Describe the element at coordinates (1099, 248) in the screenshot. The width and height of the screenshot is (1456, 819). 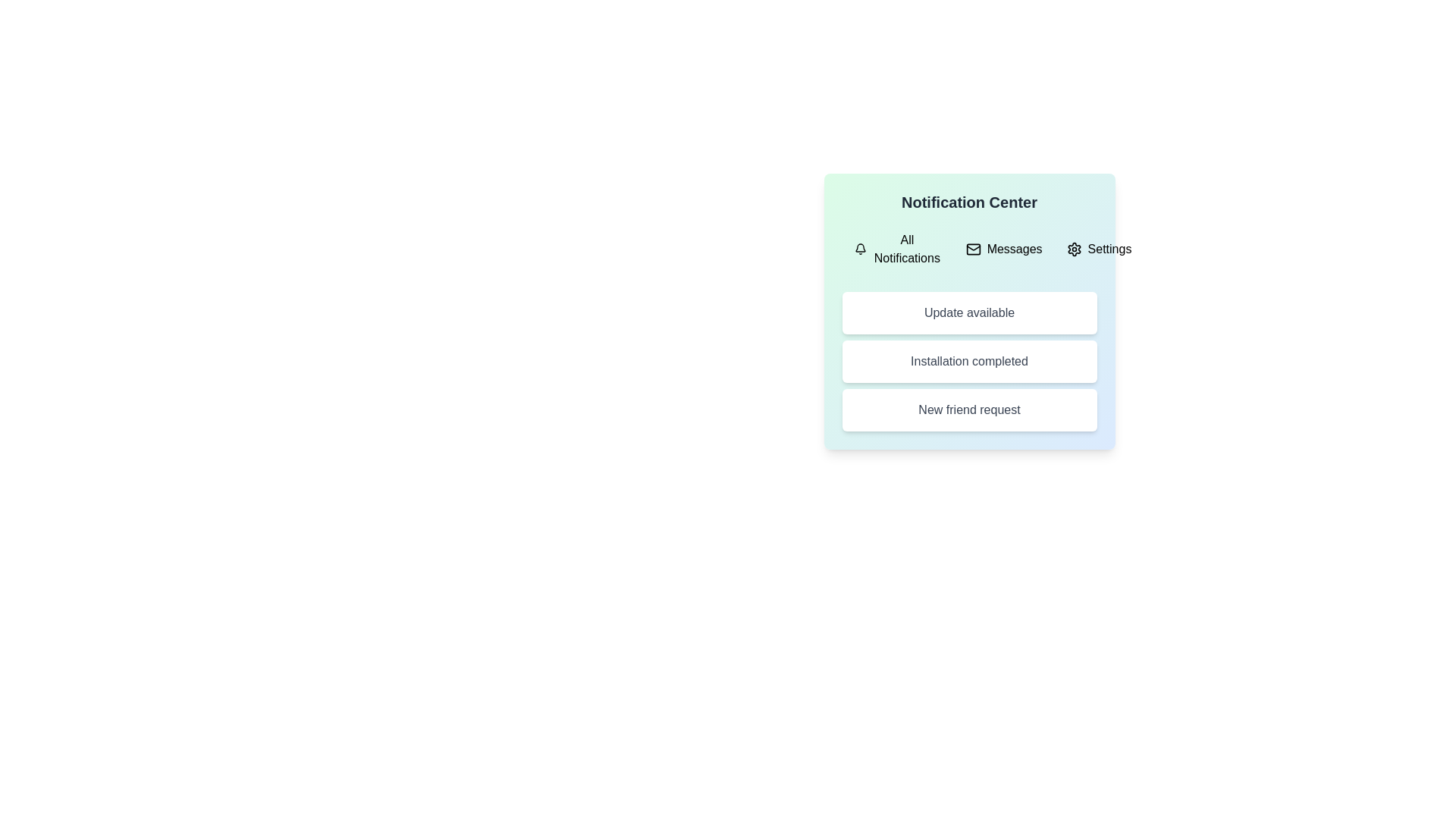
I see `the Settings tab by clicking on it` at that location.